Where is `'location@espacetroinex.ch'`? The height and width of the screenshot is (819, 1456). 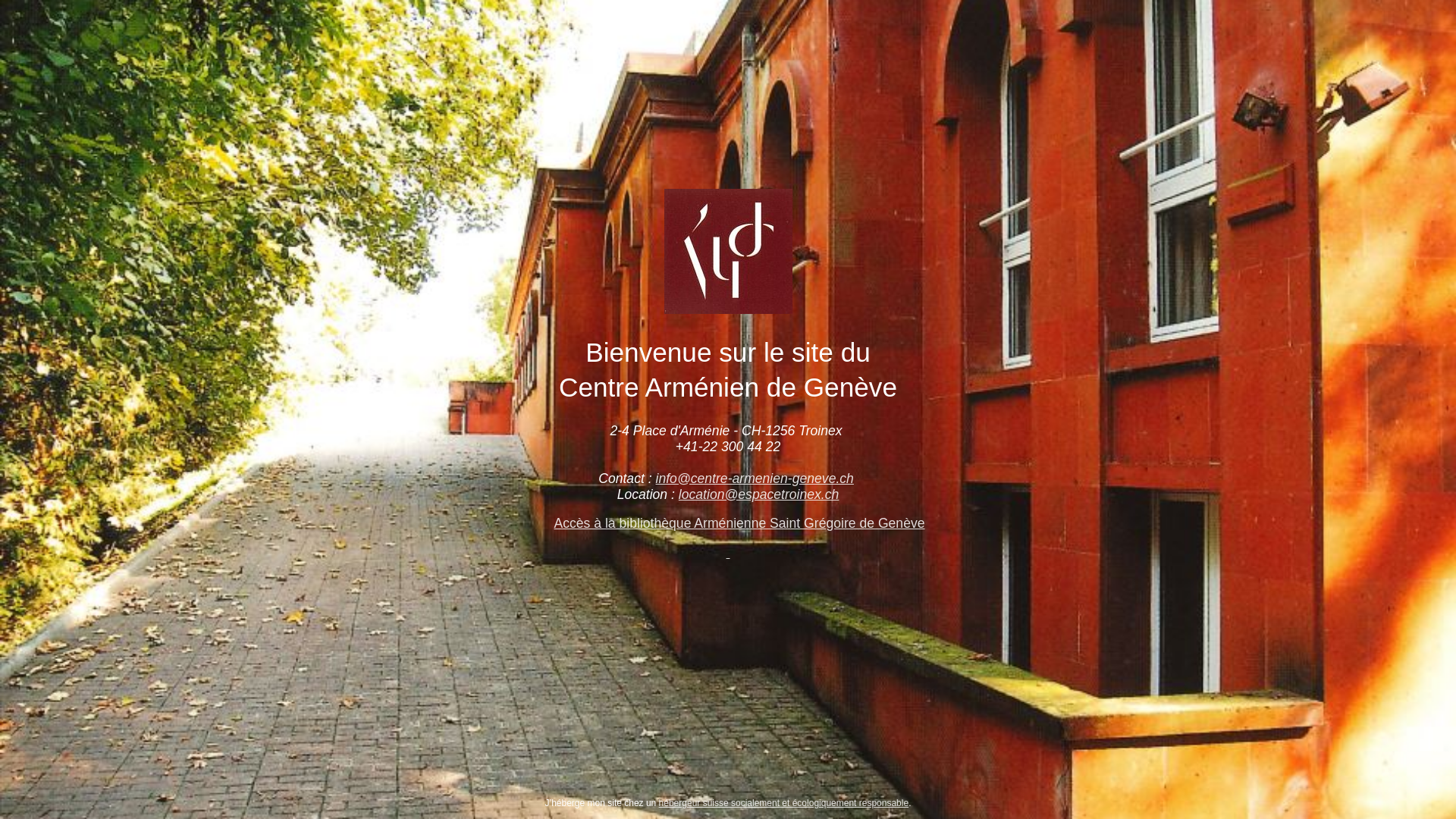
'location@espacetroinex.ch' is located at coordinates (759, 494).